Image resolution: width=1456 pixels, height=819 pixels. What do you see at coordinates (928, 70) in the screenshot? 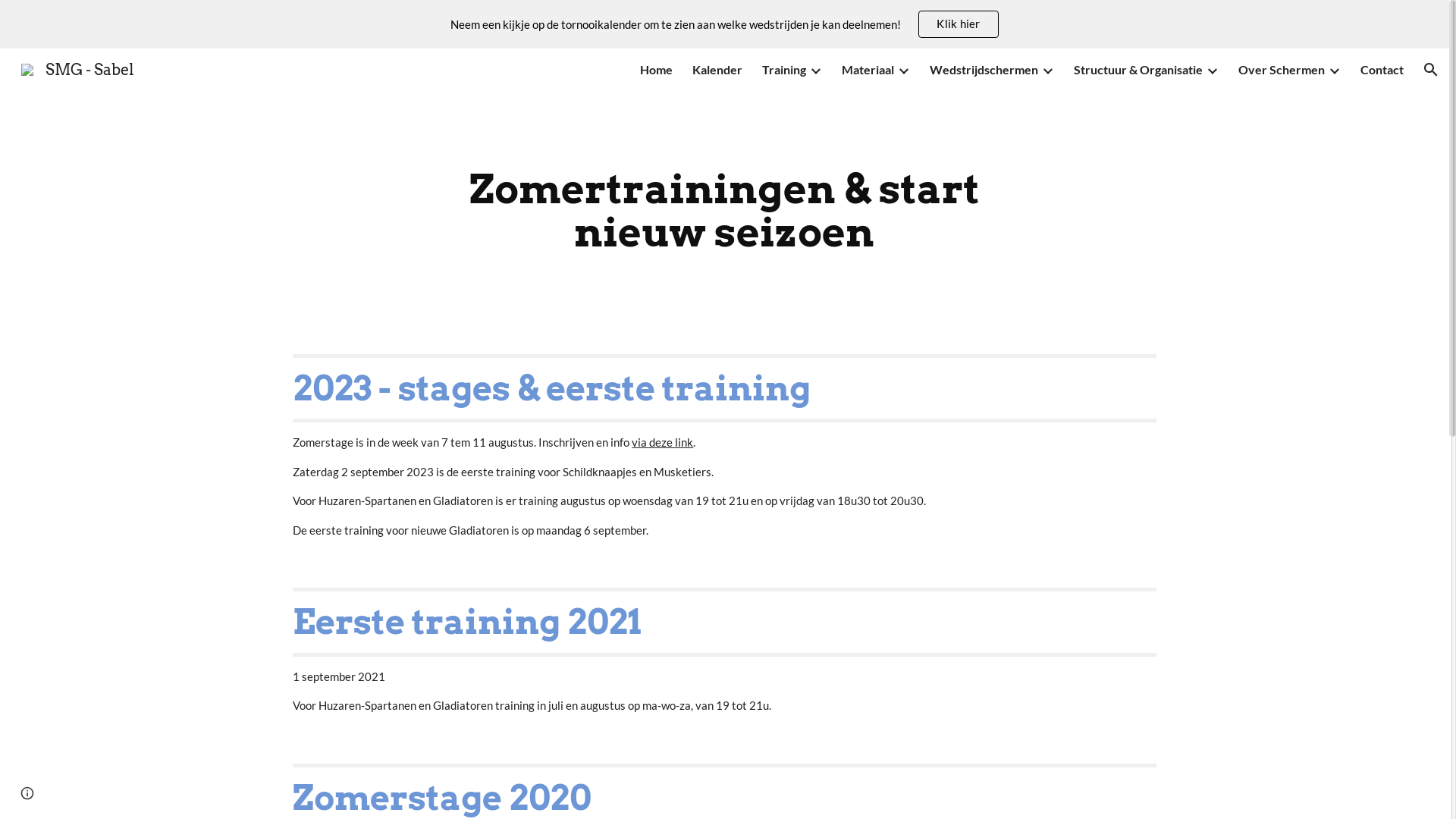
I see `'Wedstrijdschermen'` at bounding box center [928, 70].